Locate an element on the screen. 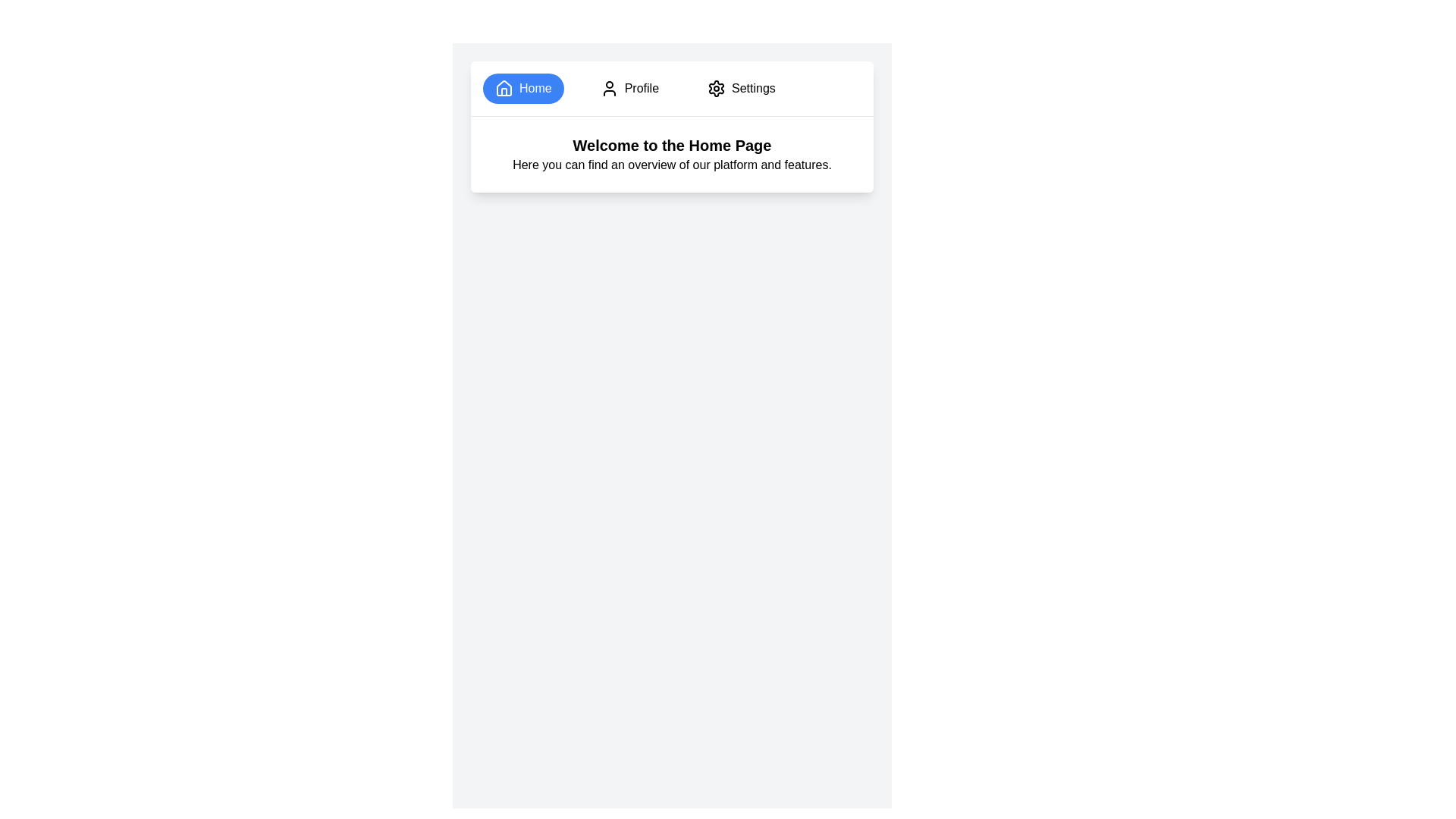  the house-shaped icon with a blue background and white strokes, located to the left of the 'Home' button in the navigation bar is located at coordinates (504, 88).